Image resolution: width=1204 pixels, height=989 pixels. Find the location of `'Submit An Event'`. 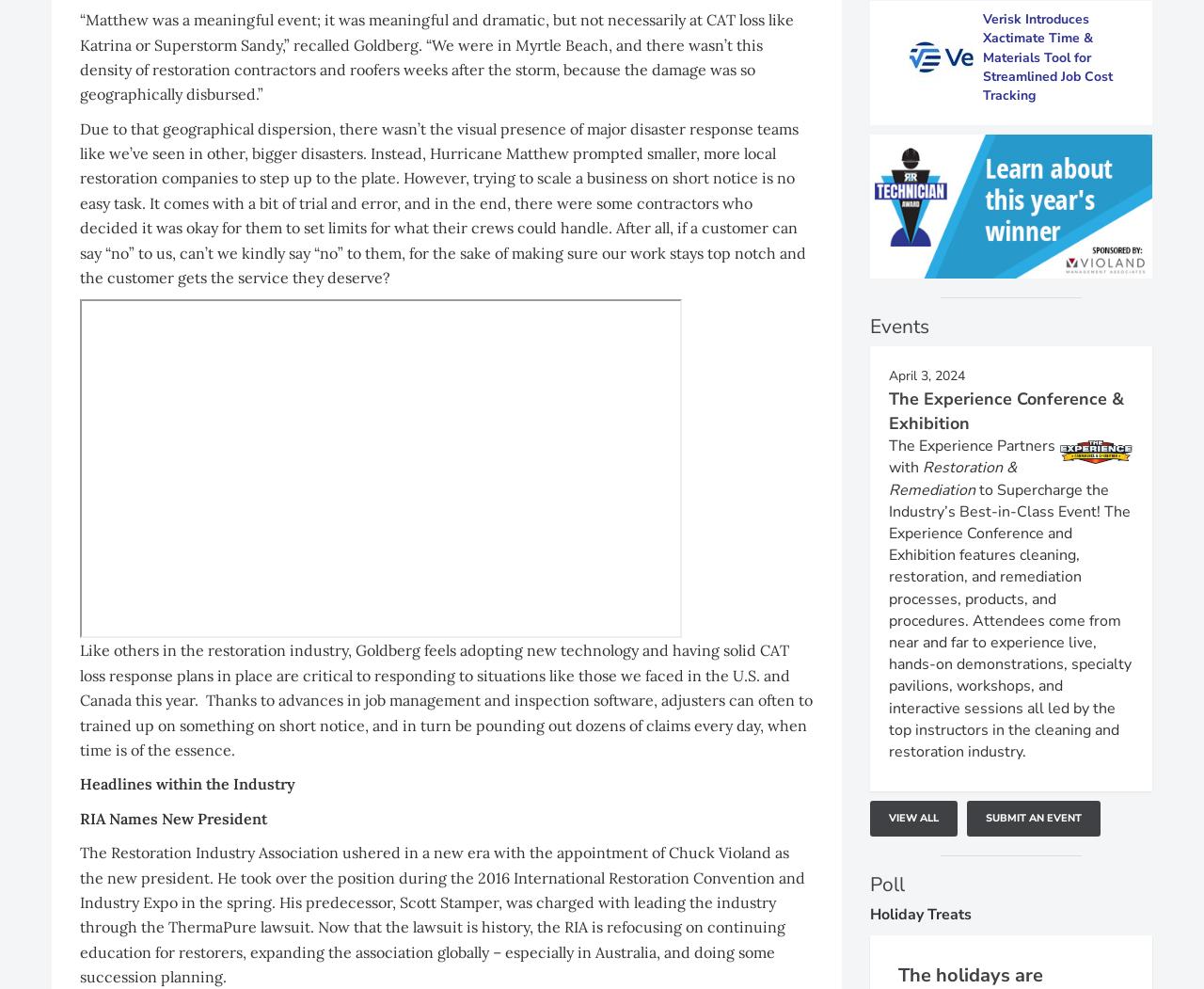

'Submit An Event' is located at coordinates (1033, 817).